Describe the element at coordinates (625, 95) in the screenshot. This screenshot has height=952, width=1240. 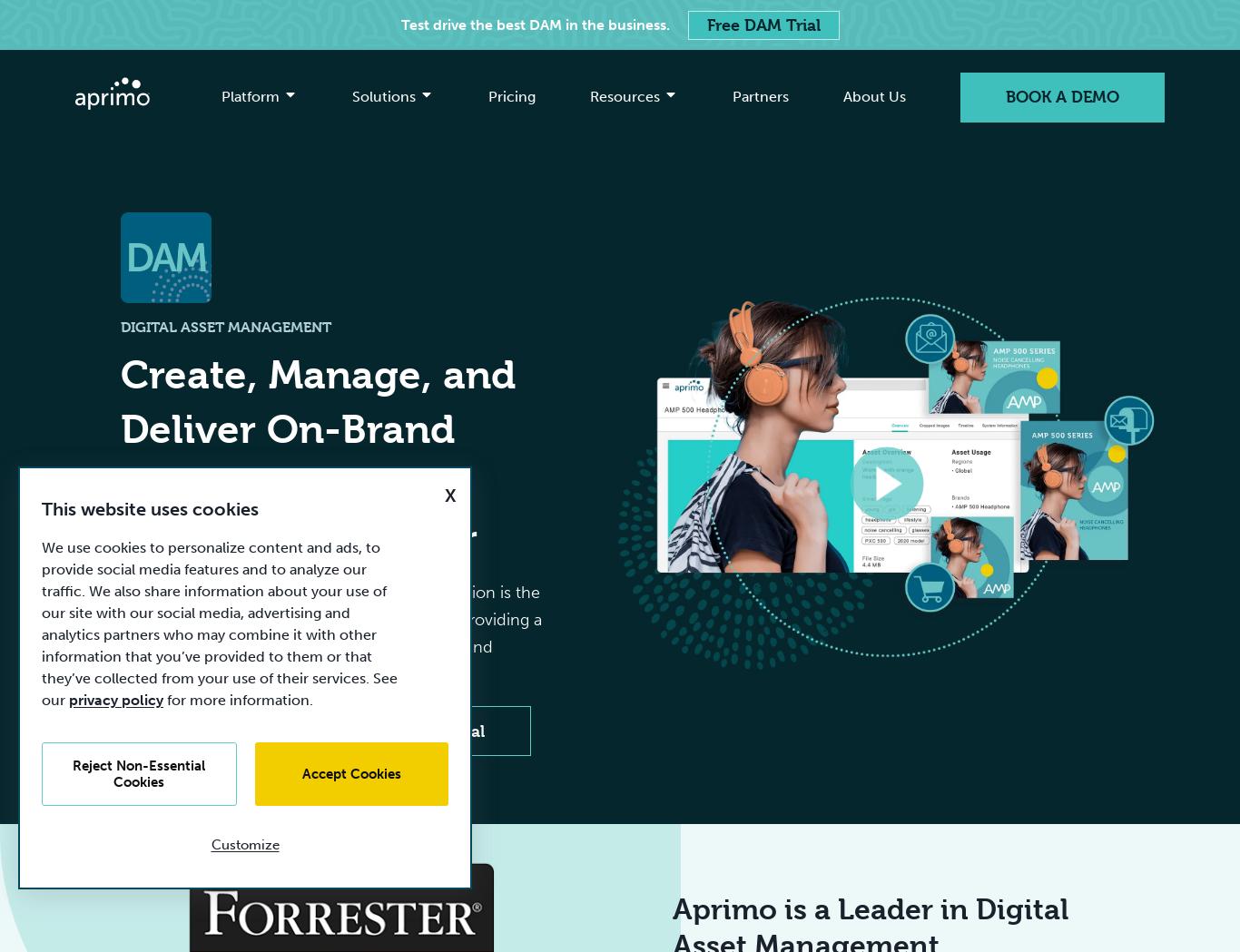
I see `'Resources'` at that location.